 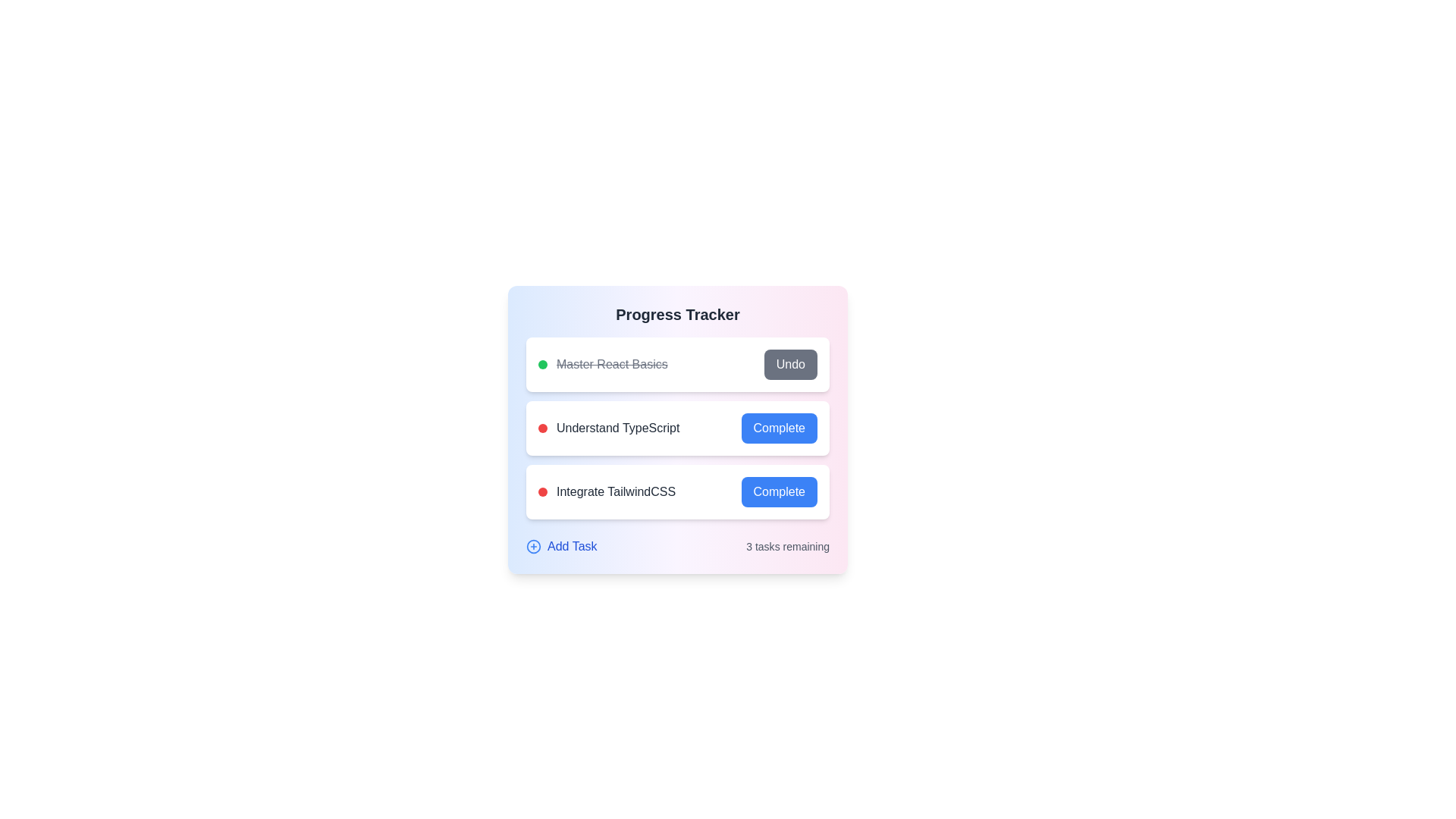 What do you see at coordinates (612, 365) in the screenshot?
I see `the text label 'Master React Basics' which is styled with a gray color and a line-through, indicating completion, located on the left side of the first row in the vertical task list under 'Progress Tracker'` at bounding box center [612, 365].